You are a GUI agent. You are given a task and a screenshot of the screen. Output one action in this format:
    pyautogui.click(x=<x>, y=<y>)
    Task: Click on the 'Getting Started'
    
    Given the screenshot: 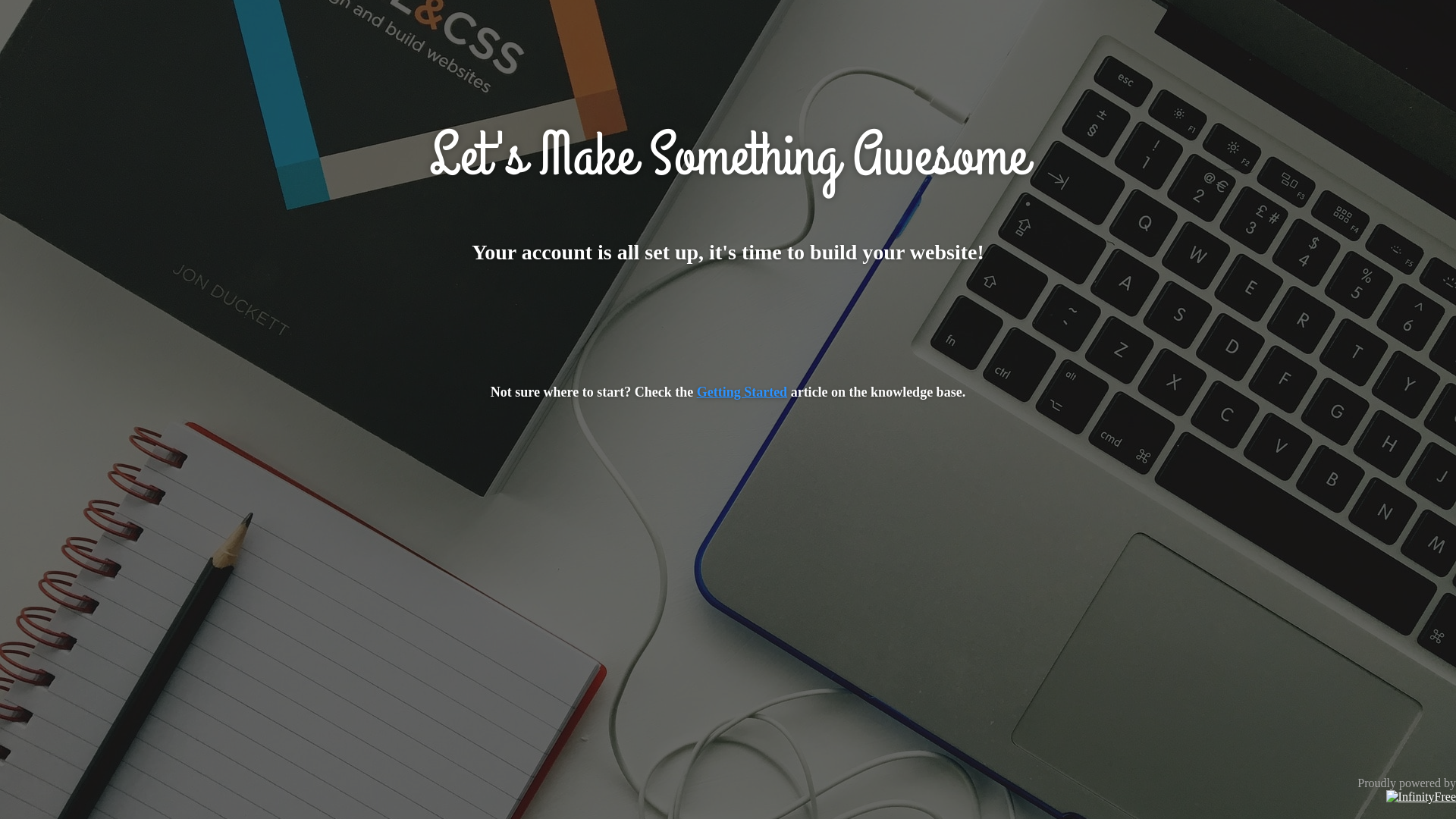 What is the action you would take?
    pyautogui.click(x=742, y=391)
    